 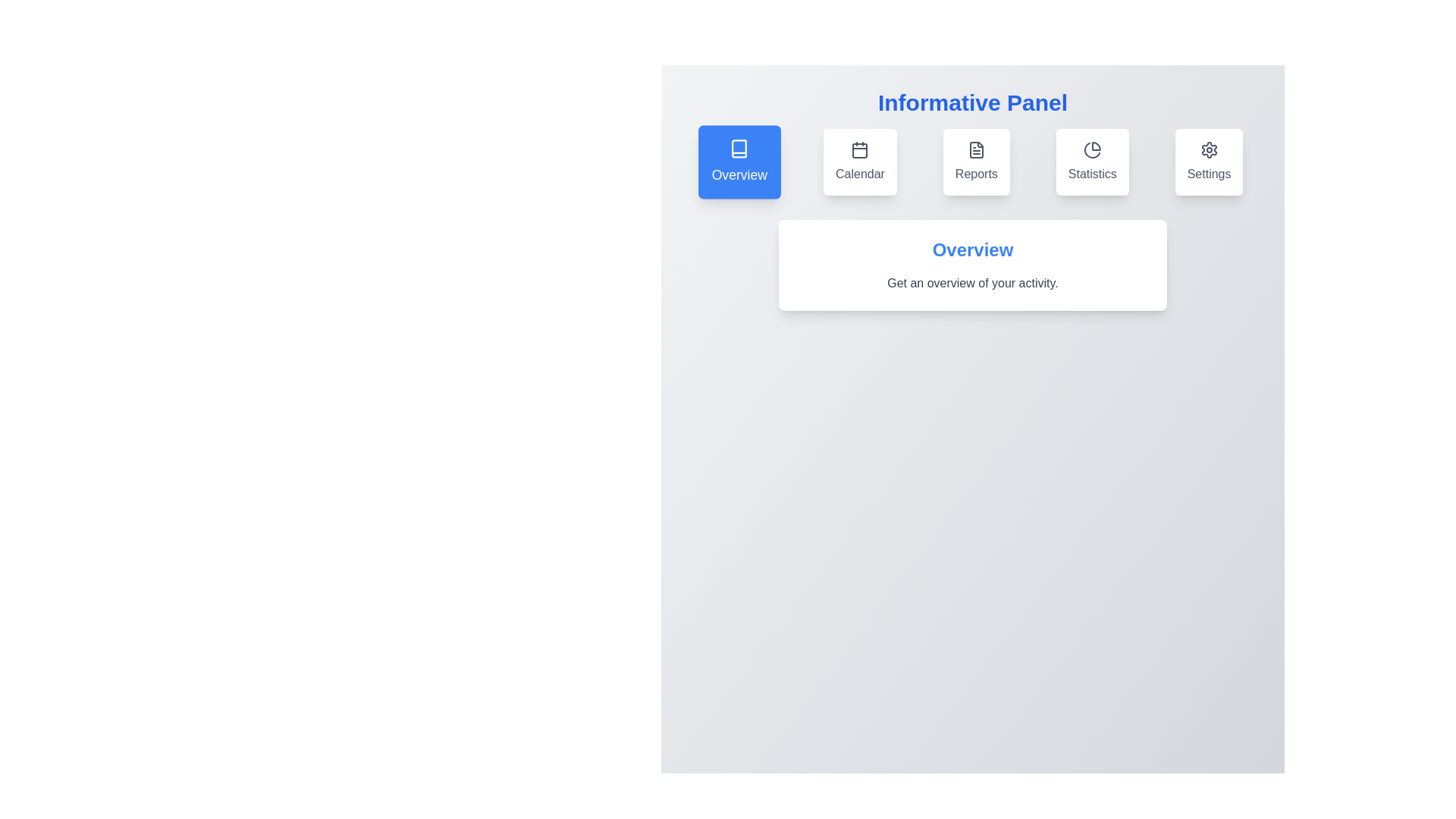 What do you see at coordinates (1208, 149) in the screenshot?
I see `the cogwheel icon in the settings group located in the top-right segment of the panel, adjacent to the 'Statistics' icon` at bounding box center [1208, 149].